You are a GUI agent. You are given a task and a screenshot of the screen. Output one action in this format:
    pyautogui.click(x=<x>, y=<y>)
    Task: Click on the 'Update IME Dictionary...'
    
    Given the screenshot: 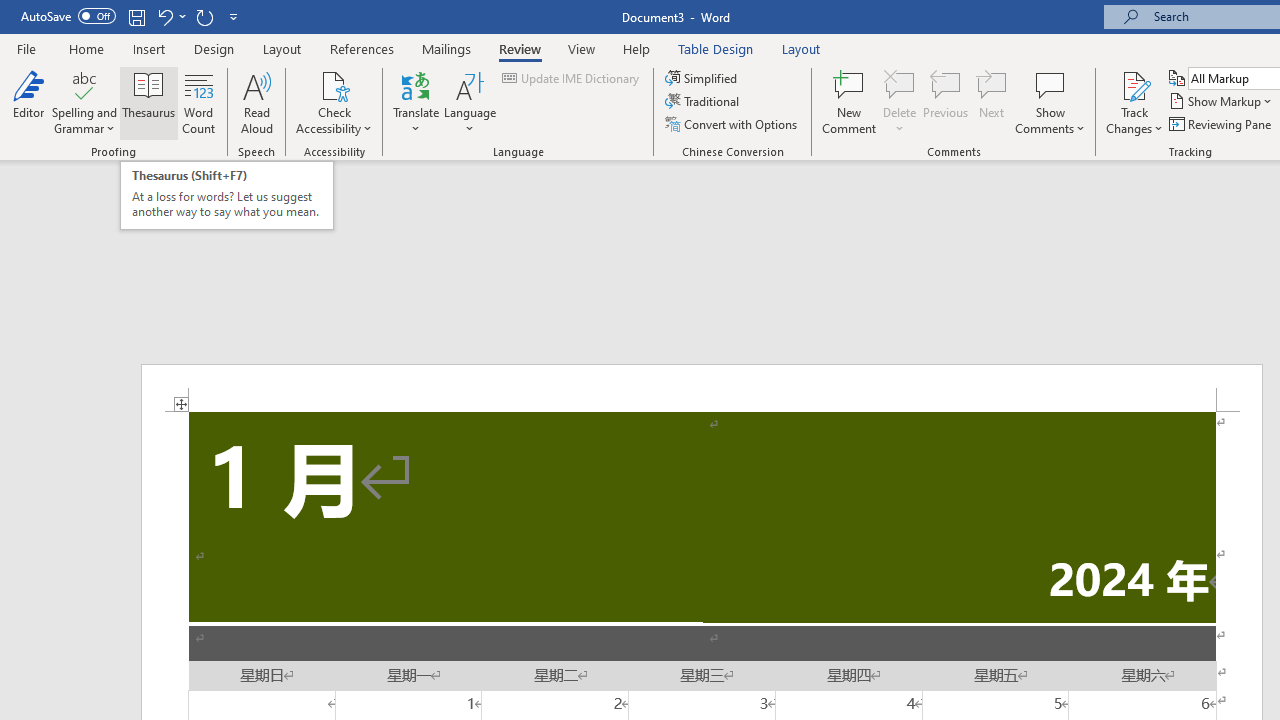 What is the action you would take?
    pyautogui.click(x=571, y=77)
    